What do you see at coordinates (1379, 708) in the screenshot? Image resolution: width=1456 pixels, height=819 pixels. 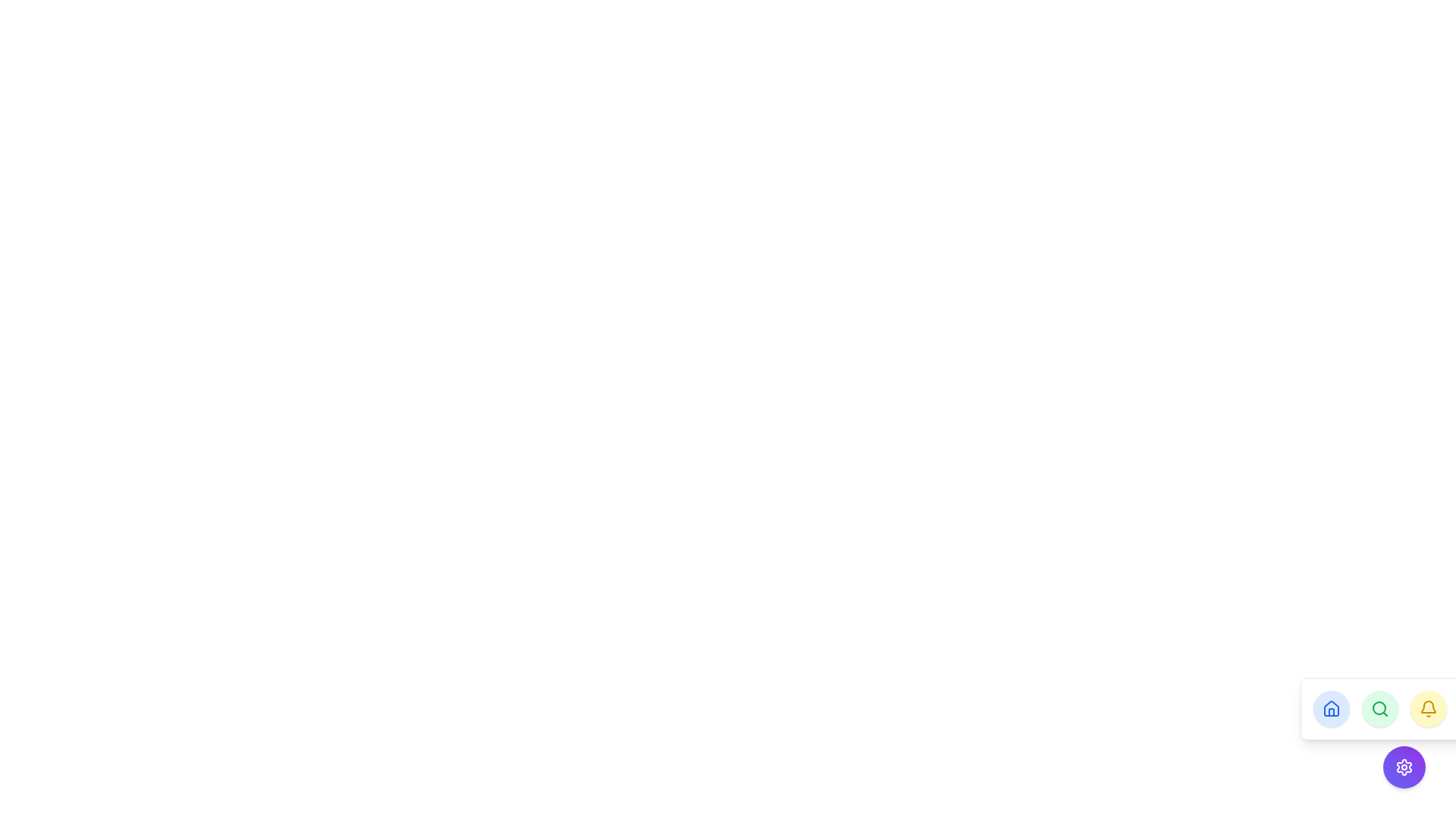 I see `the second circular icon button located at the bottom-right corner of the interface` at bounding box center [1379, 708].